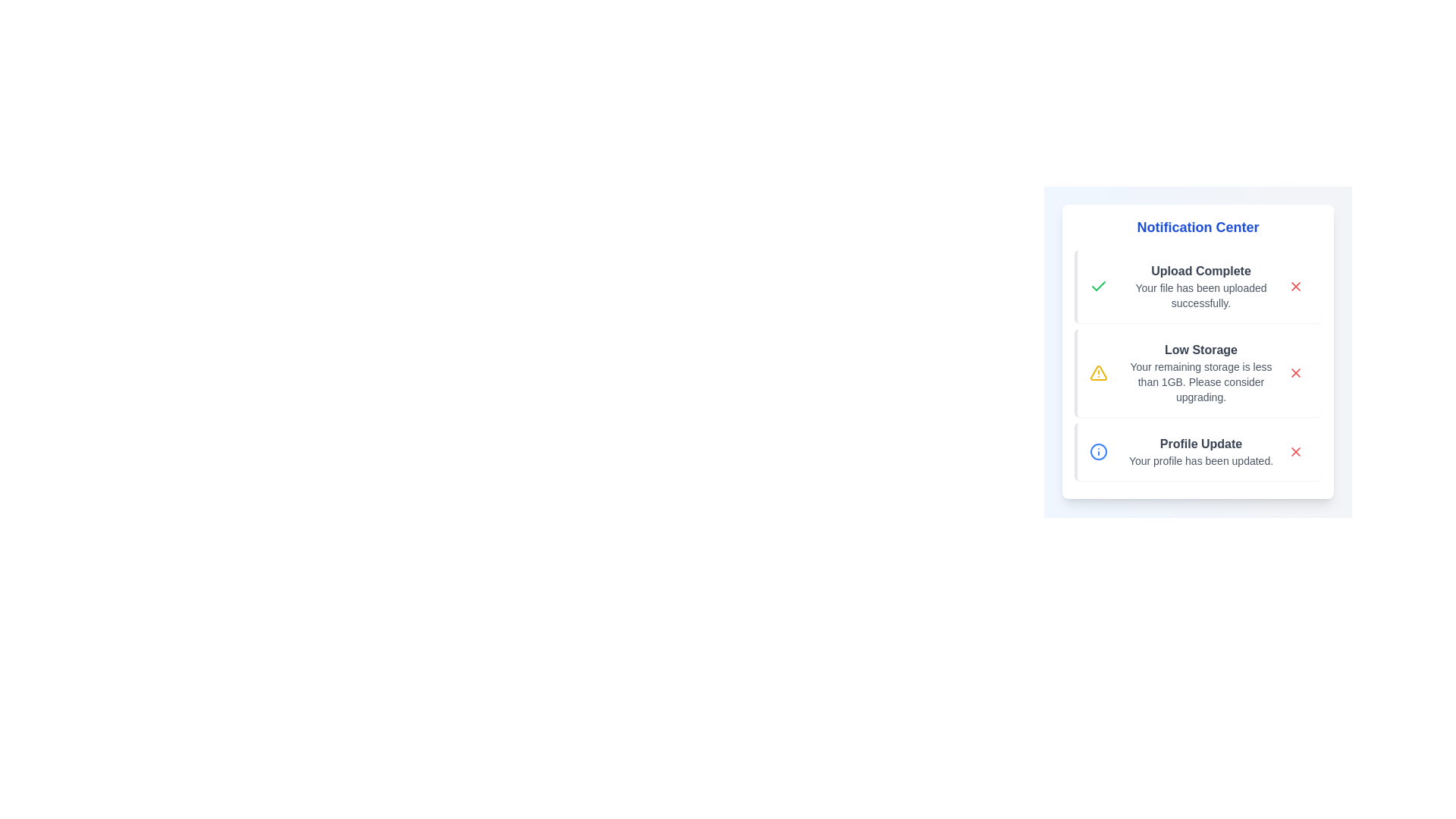  What do you see at coordinates (1200, 444) in the screenshot?
I see `the text label that says 'Profile Update', which is located at the top-left corner of the notification card within the vertical list of notifications` at bounding box center [1200, 444].